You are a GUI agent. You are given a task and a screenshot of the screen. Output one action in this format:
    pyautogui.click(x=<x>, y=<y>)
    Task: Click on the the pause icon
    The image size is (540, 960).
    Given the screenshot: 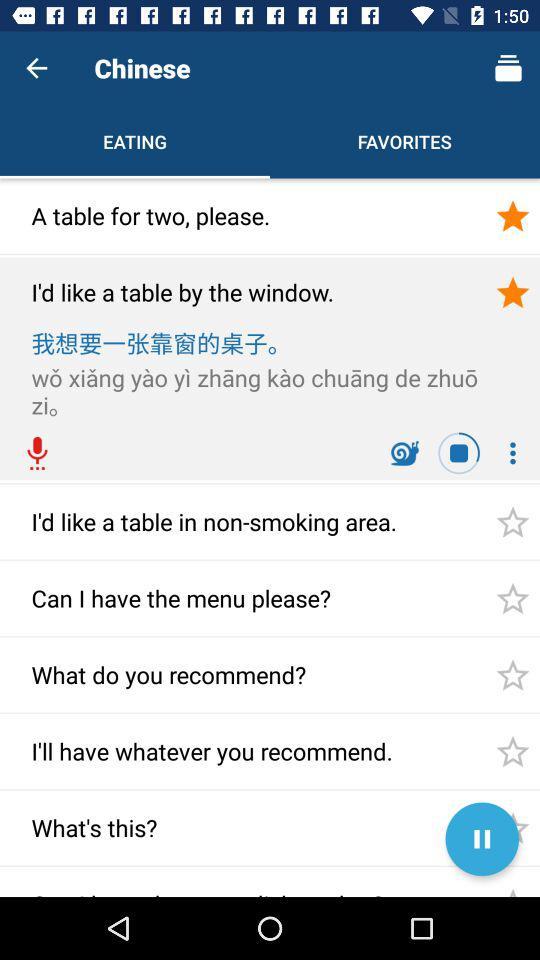 What is the action you would take?
    pyautogui.click(x=481, y=839)
    